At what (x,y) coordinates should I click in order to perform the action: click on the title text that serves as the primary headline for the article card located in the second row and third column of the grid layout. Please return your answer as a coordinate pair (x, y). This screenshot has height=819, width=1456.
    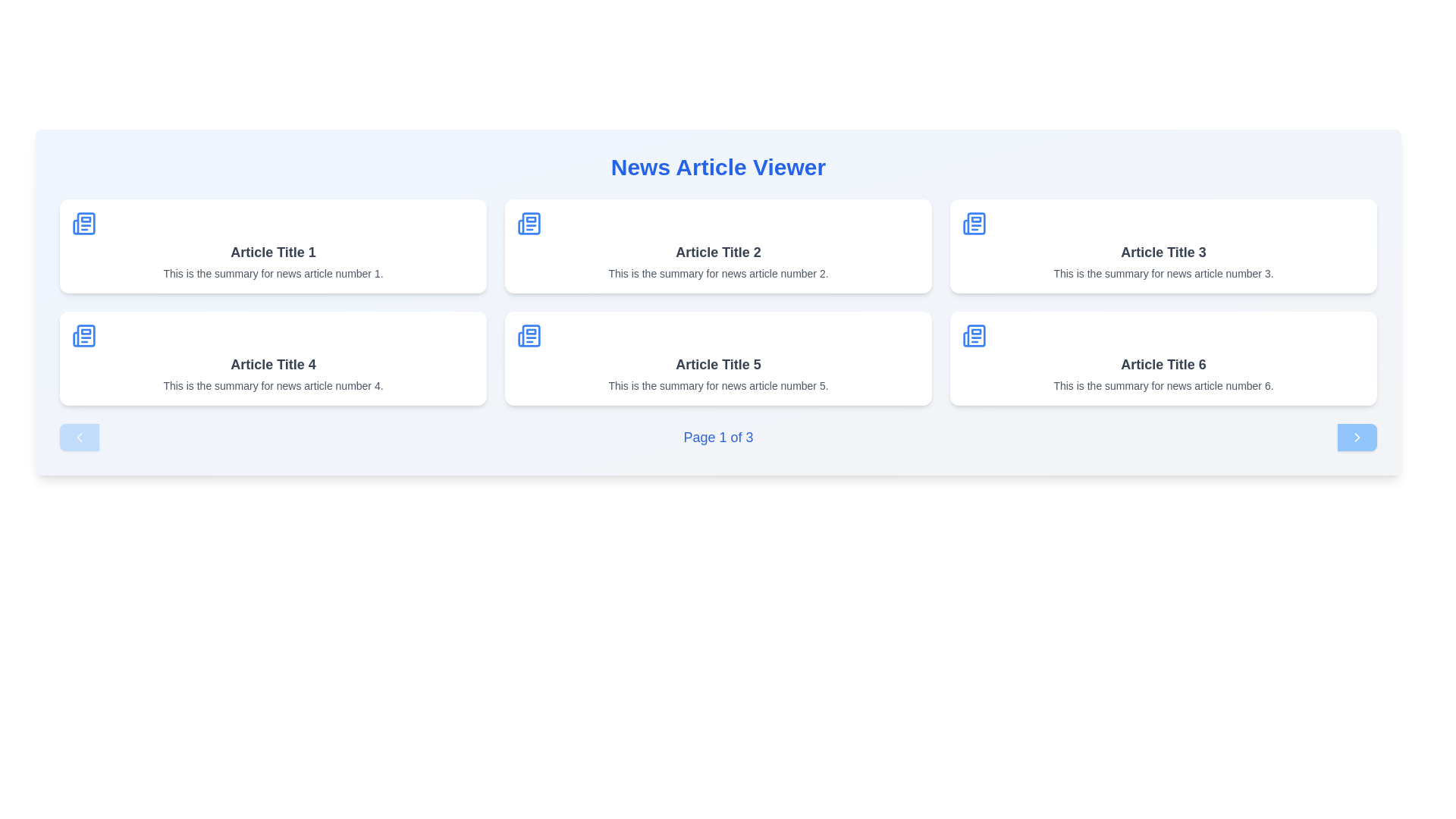
    Looking at the image, I should click on (717, 365).